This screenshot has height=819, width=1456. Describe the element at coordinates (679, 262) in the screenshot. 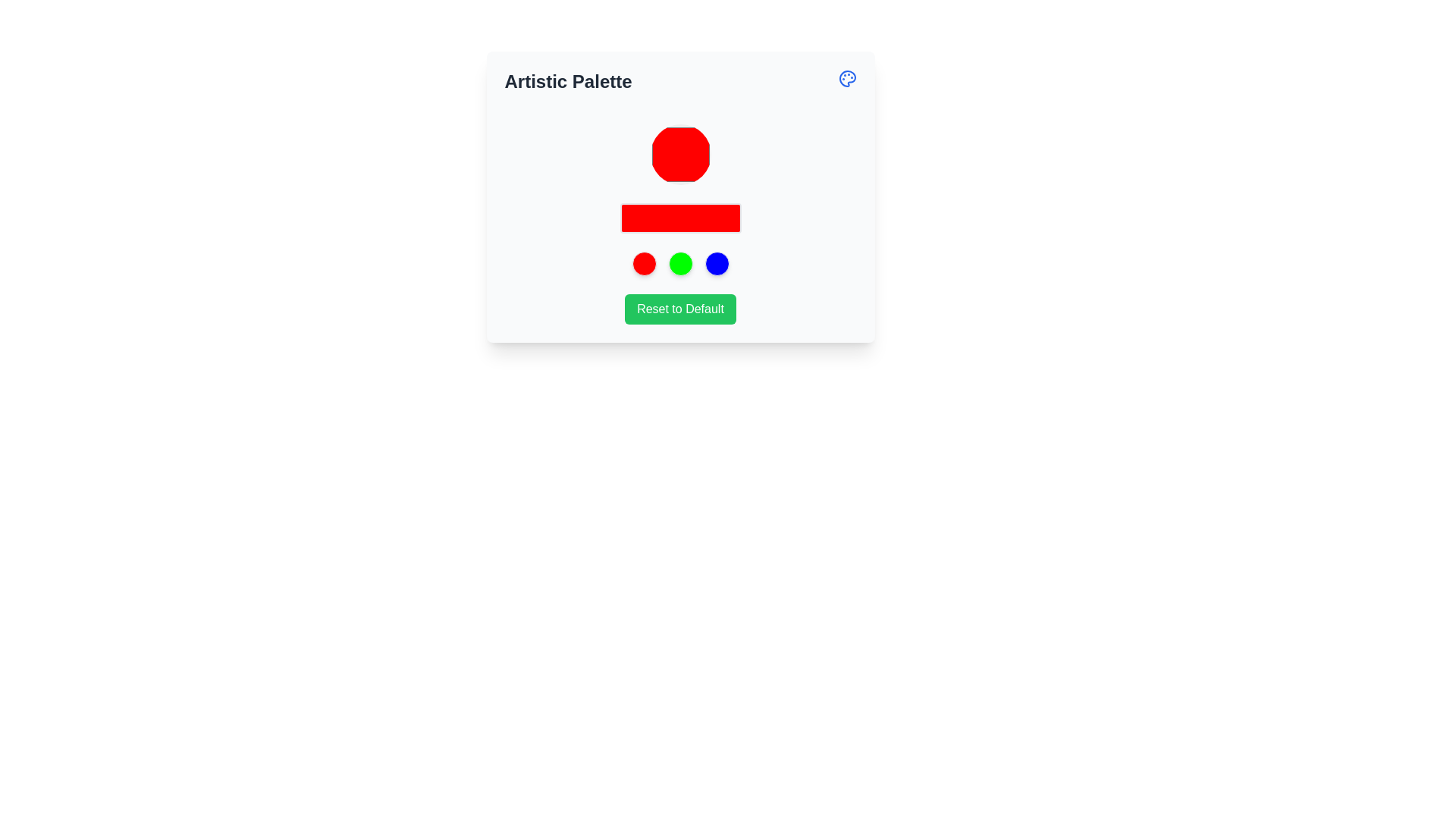

I see `the circle from the group of three circular buttons within the 'Artistic Palette' card` at that location.